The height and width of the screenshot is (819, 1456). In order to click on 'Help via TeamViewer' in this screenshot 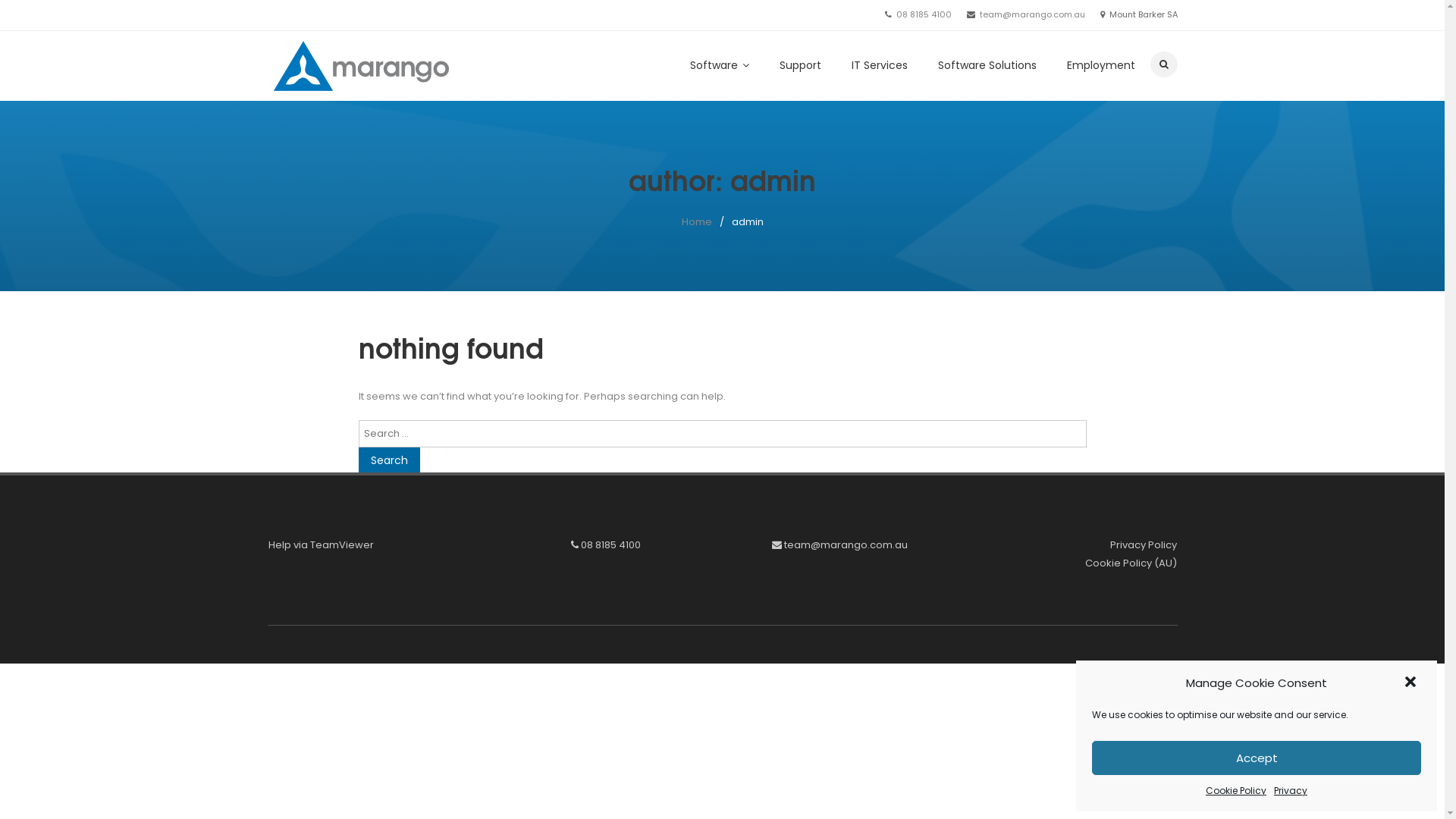, I will do `click(320, 544)`.